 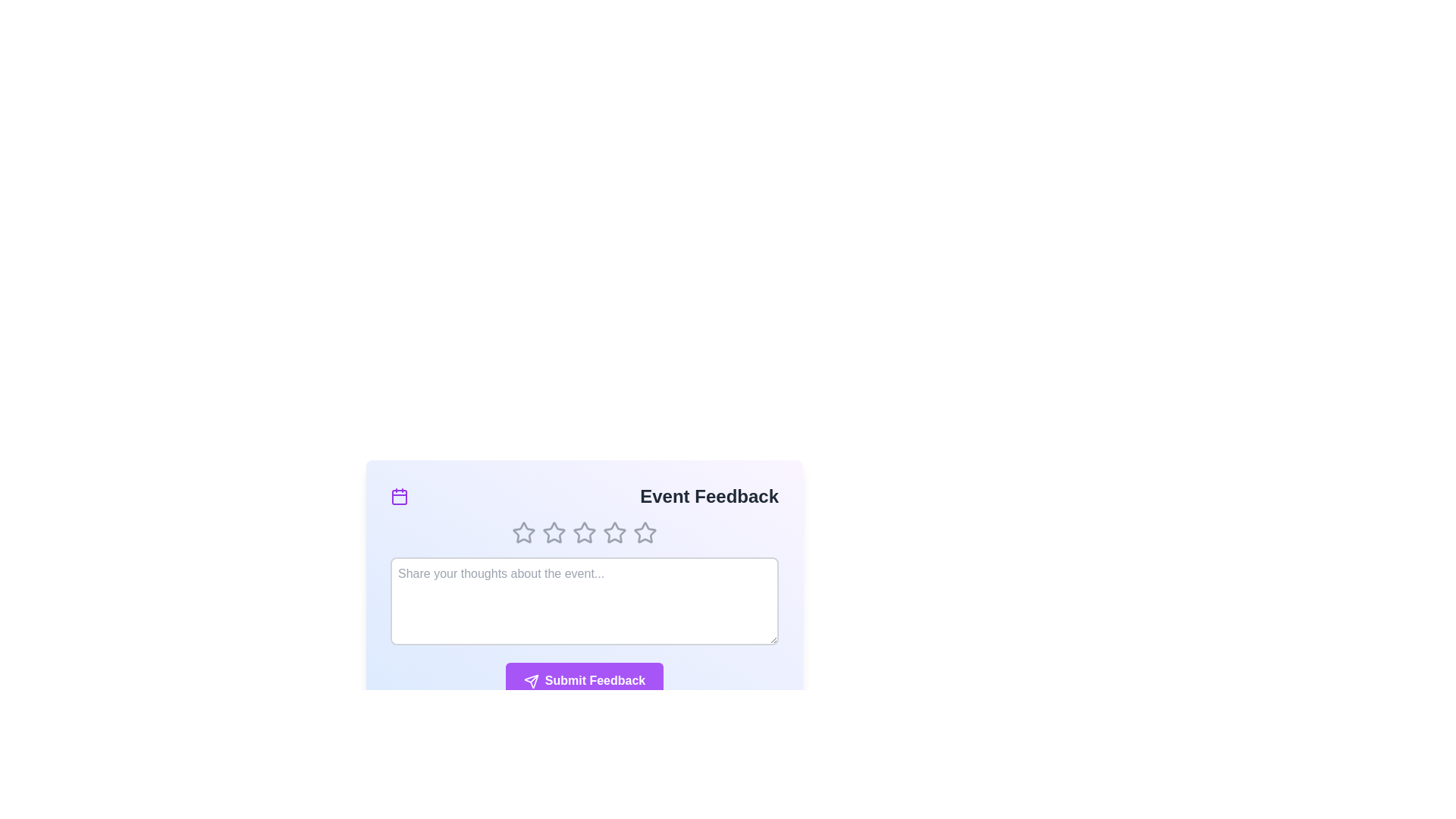 What do you see at coordinates (531, 680) in the screenshot?
I see `the symbolism of the paper plane icon located to the left of the 'Submit Feedback' button's text` at bounding box center [531, 680].